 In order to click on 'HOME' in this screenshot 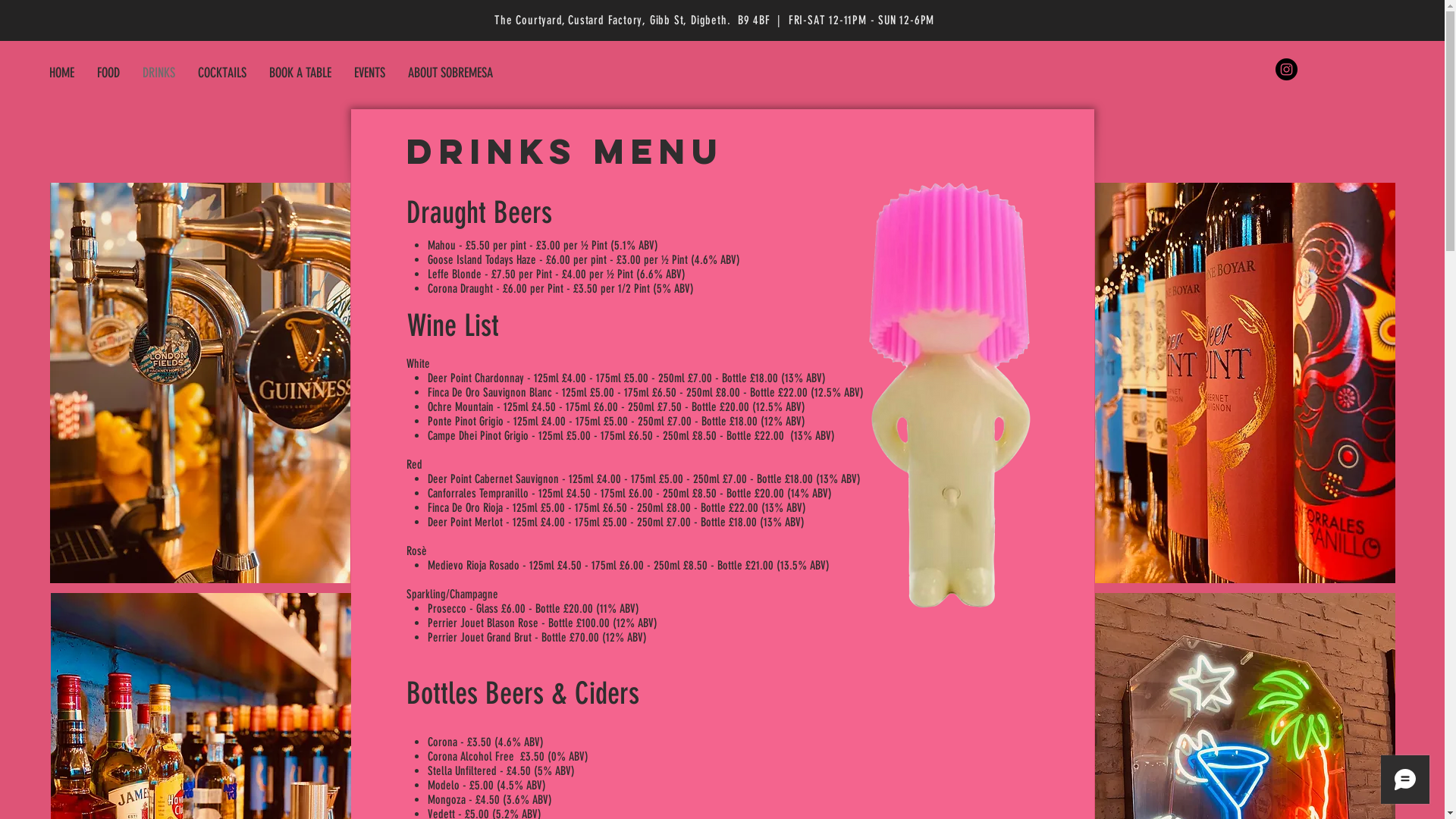, I will do `click(61, 73)`.